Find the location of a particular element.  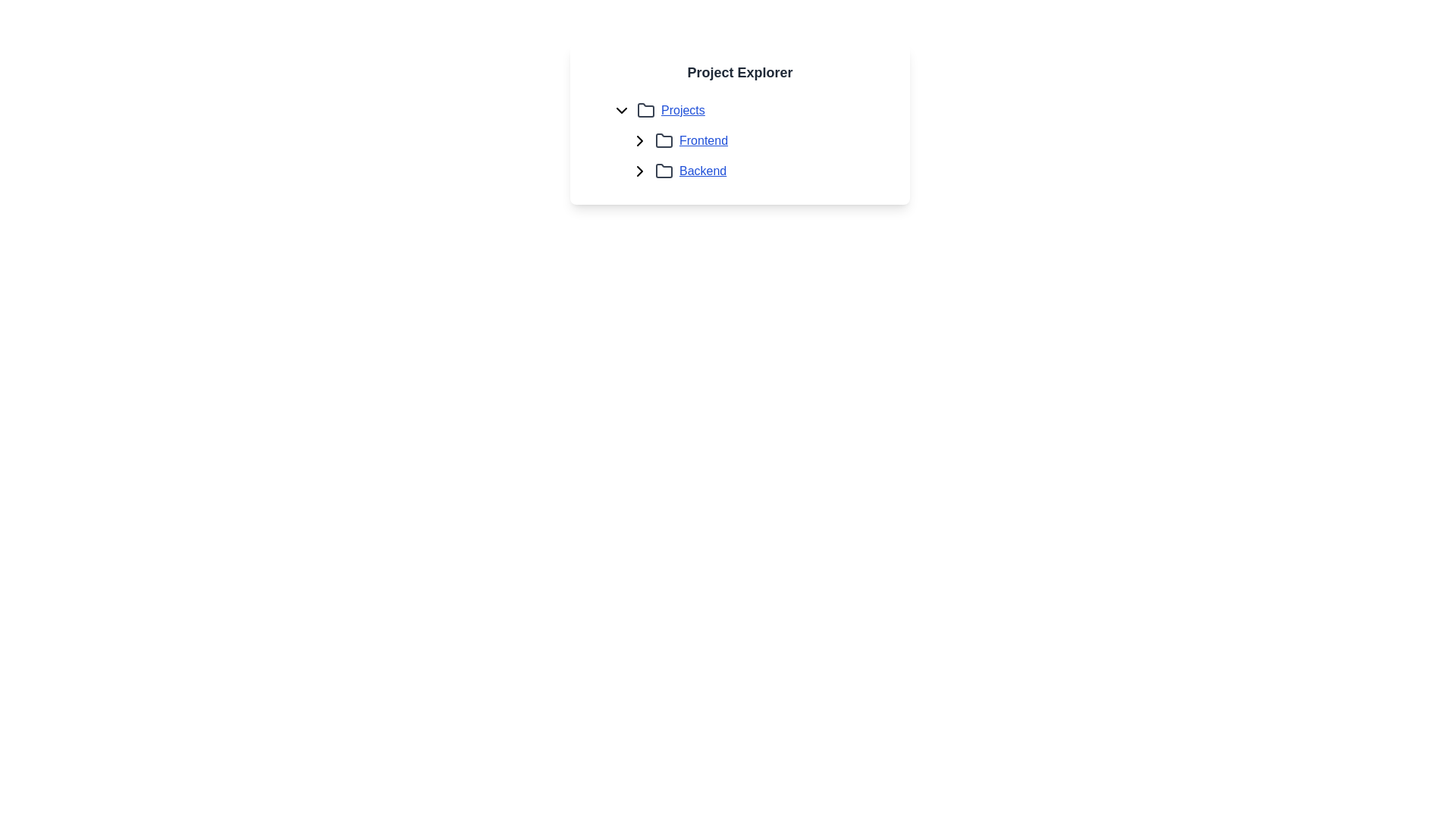

the hyperlink labeled 'Frontend' located beneath the 'Projects' link in the 'Project Explorer' section is located at coordinates (749, 140).